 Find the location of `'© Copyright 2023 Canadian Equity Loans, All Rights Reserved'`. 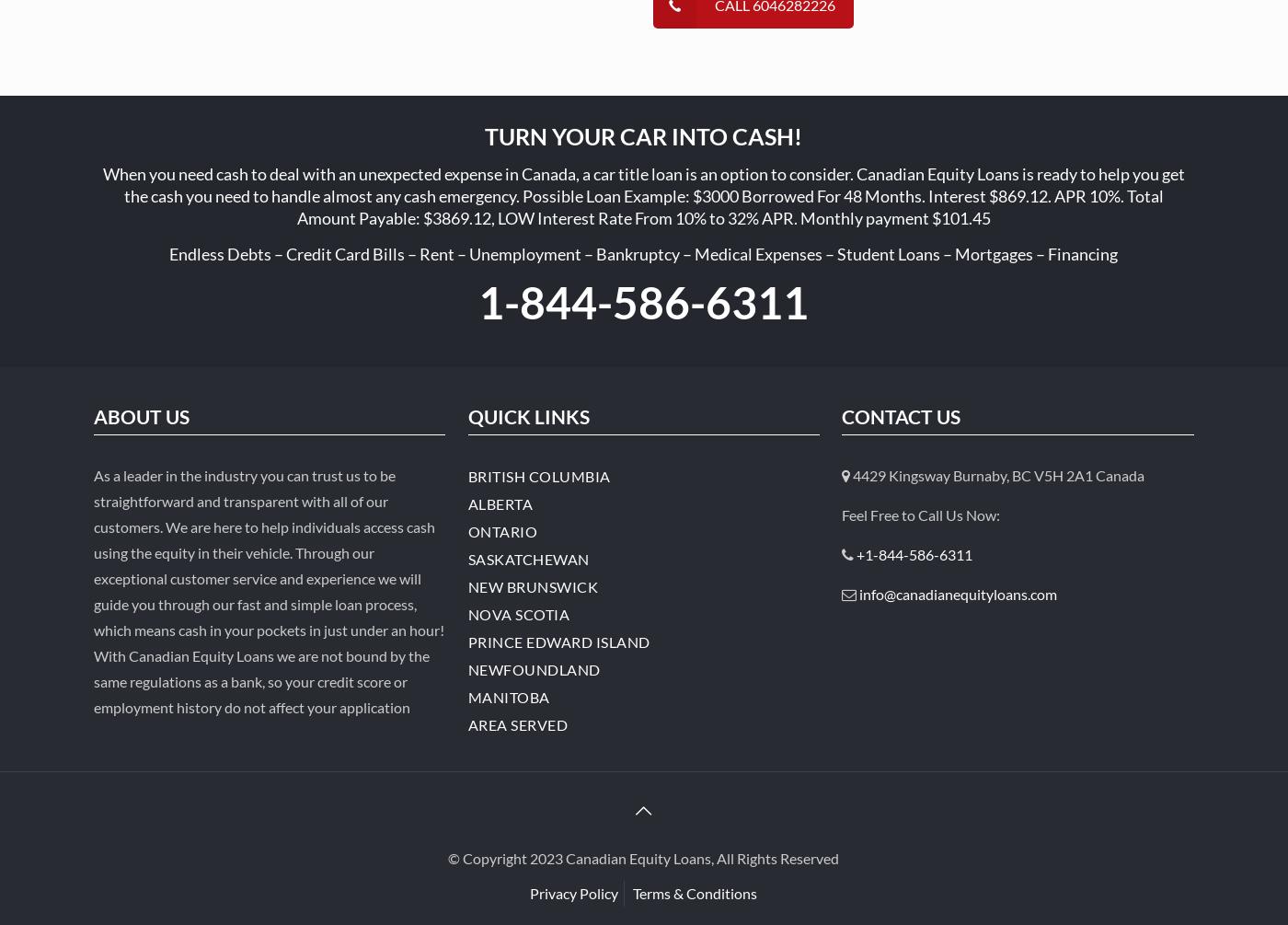

'© Copyright 2023 Canadian Equity Loans, All Rights Reserved' is located at coordinates (643, 857).